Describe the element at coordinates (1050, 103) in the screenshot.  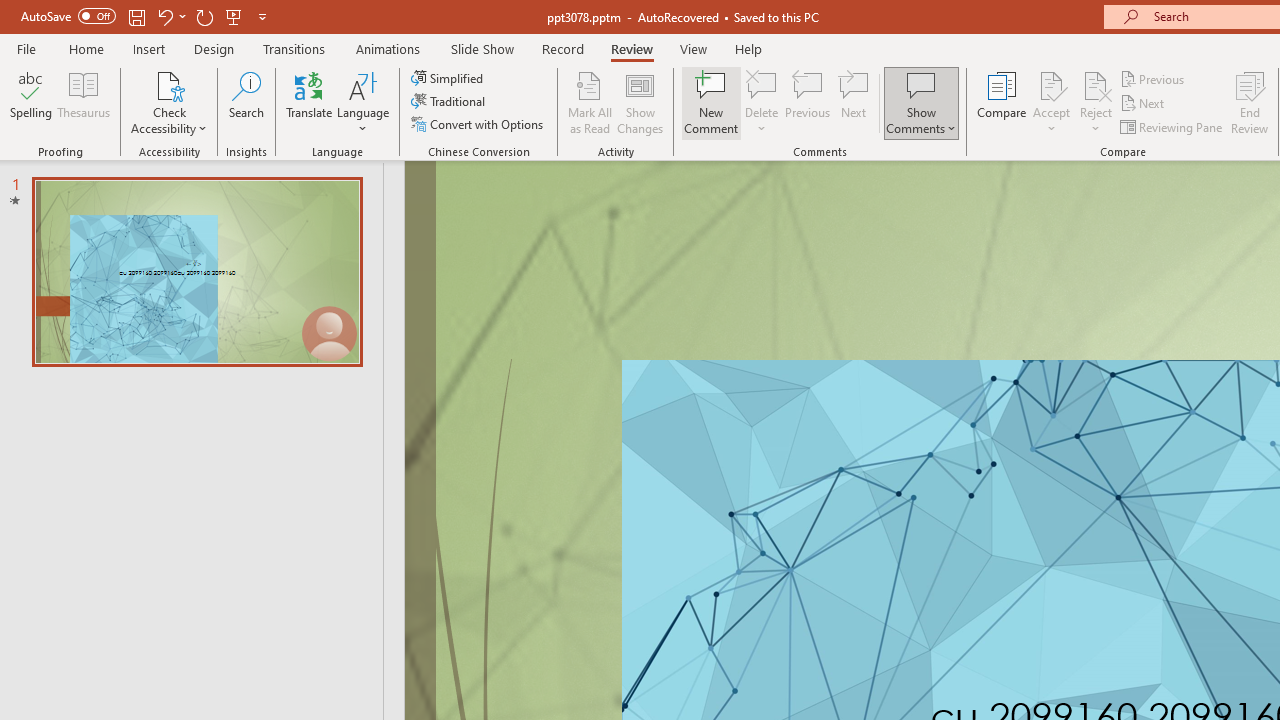
I see `'Accept'` at that location.